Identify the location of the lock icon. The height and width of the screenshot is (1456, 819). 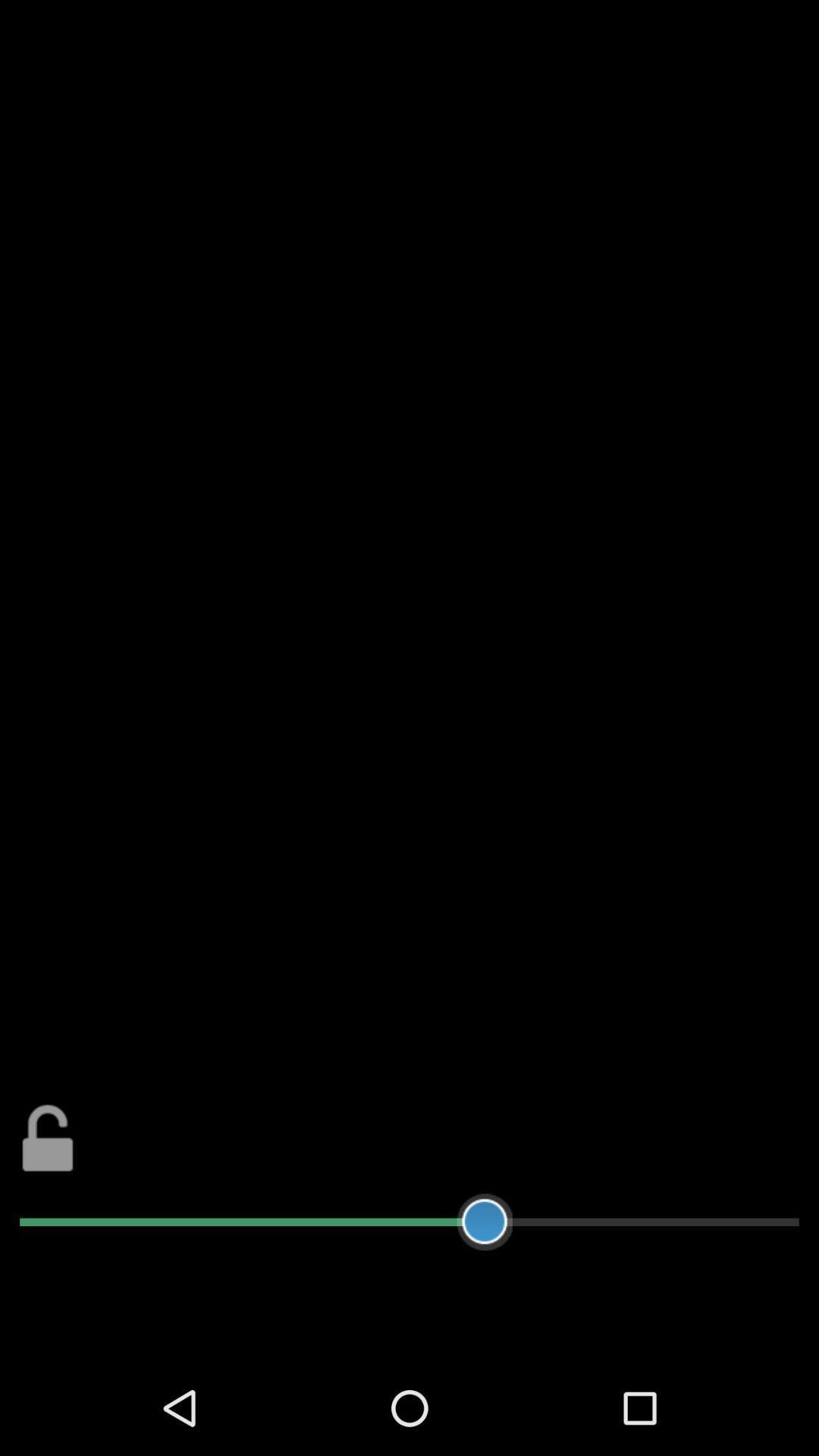
(47, 1218).